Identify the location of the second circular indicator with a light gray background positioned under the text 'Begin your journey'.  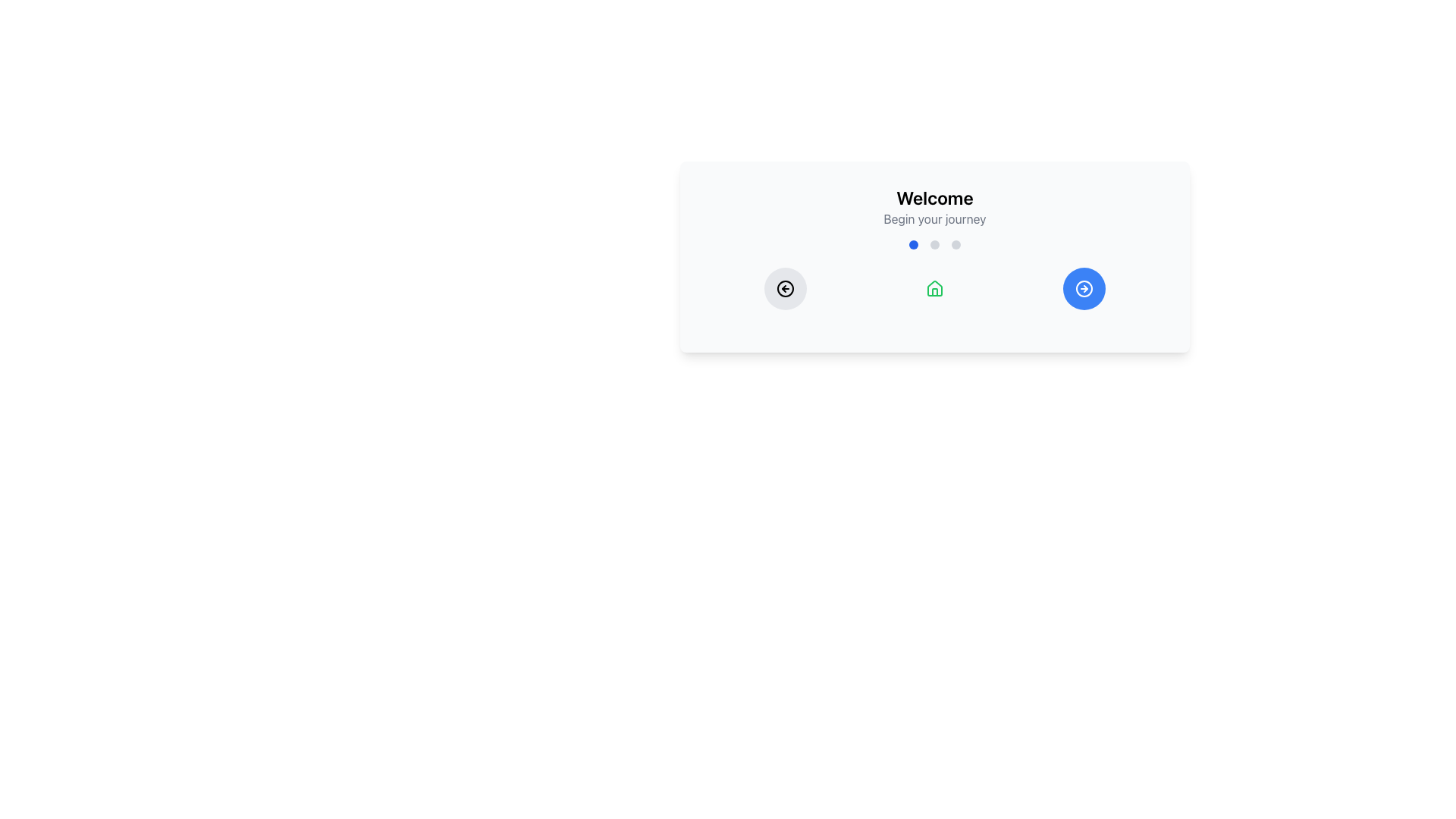
(934, 244).